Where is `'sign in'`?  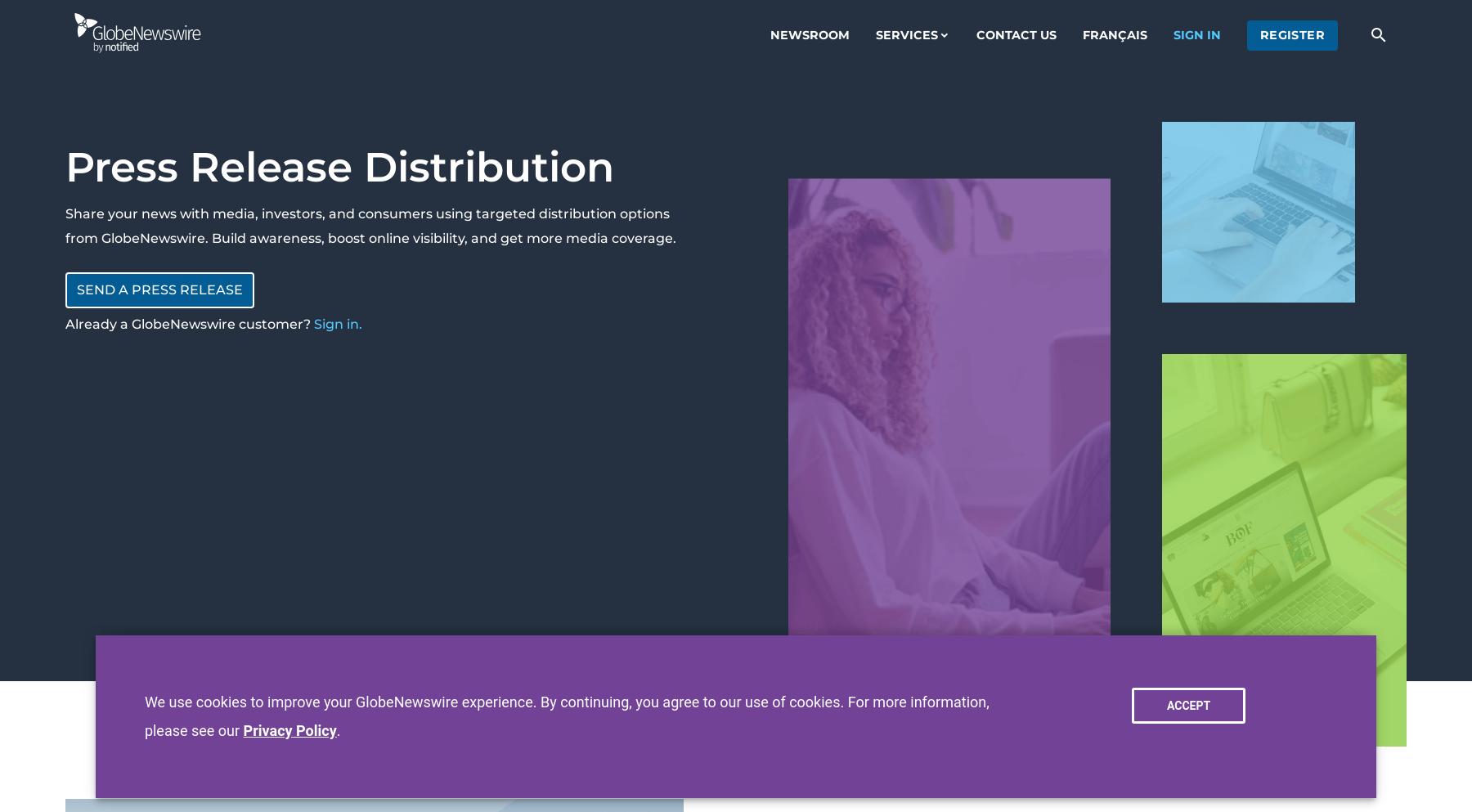 'sign in' is located at coordinates (1172, 34).